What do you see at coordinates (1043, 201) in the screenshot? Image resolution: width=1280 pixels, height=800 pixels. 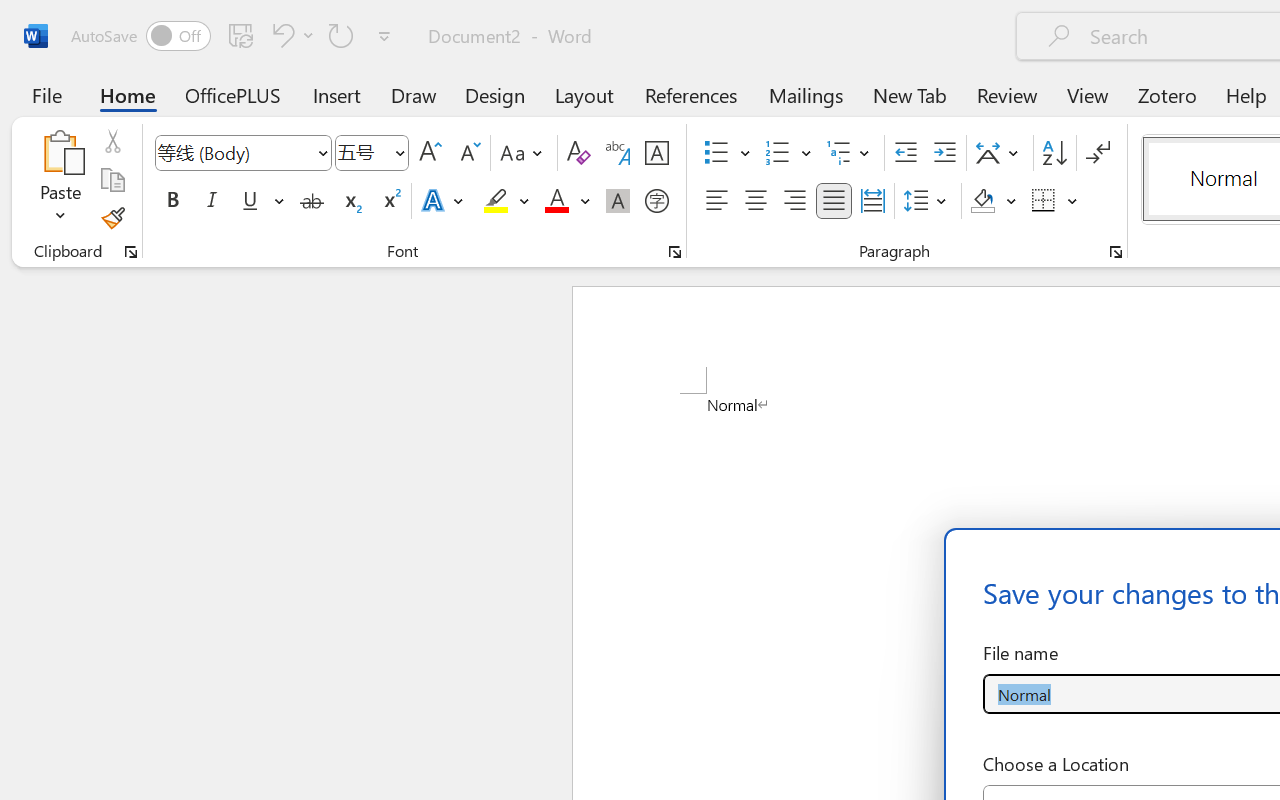 I see `'Borders'` at bounding box center [1043, 201].